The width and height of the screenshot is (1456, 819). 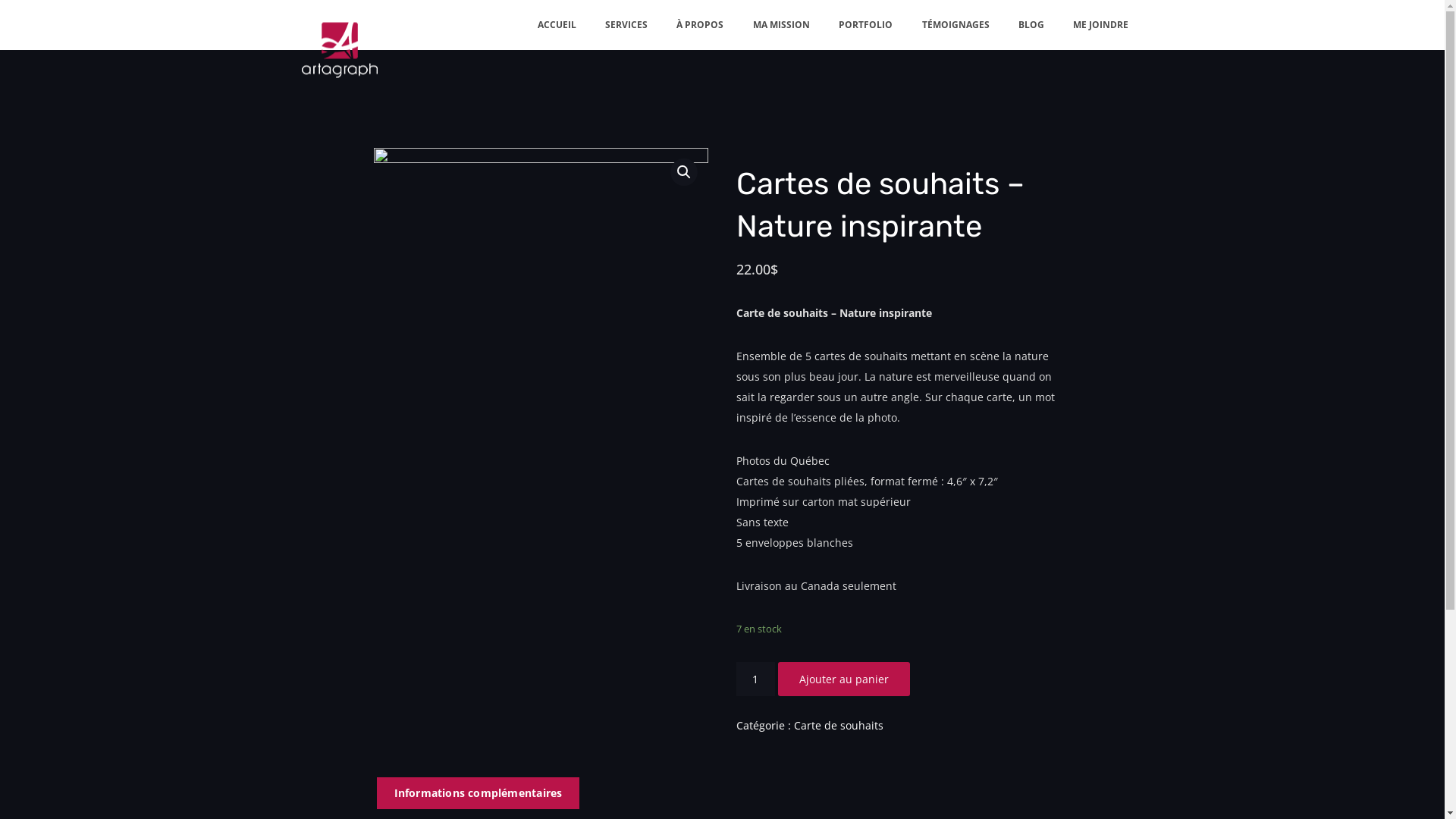 What do you see at coordinates (541, 314) in the screenshot?
I see `'artagraph-cartes-72 dpi'` at bounding box center [541, 314].